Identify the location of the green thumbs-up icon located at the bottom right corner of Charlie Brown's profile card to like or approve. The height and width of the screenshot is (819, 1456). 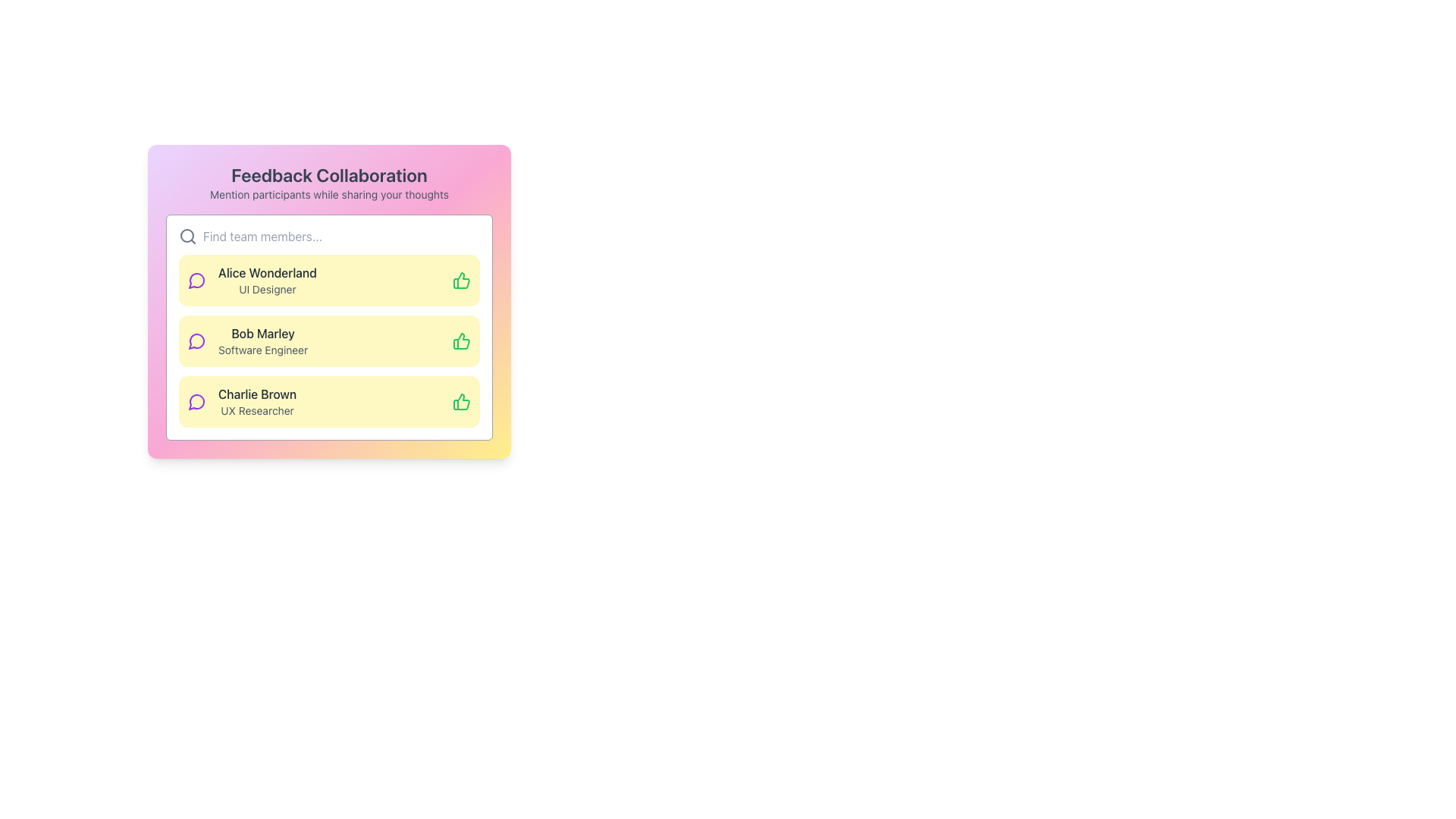
(461, 400).